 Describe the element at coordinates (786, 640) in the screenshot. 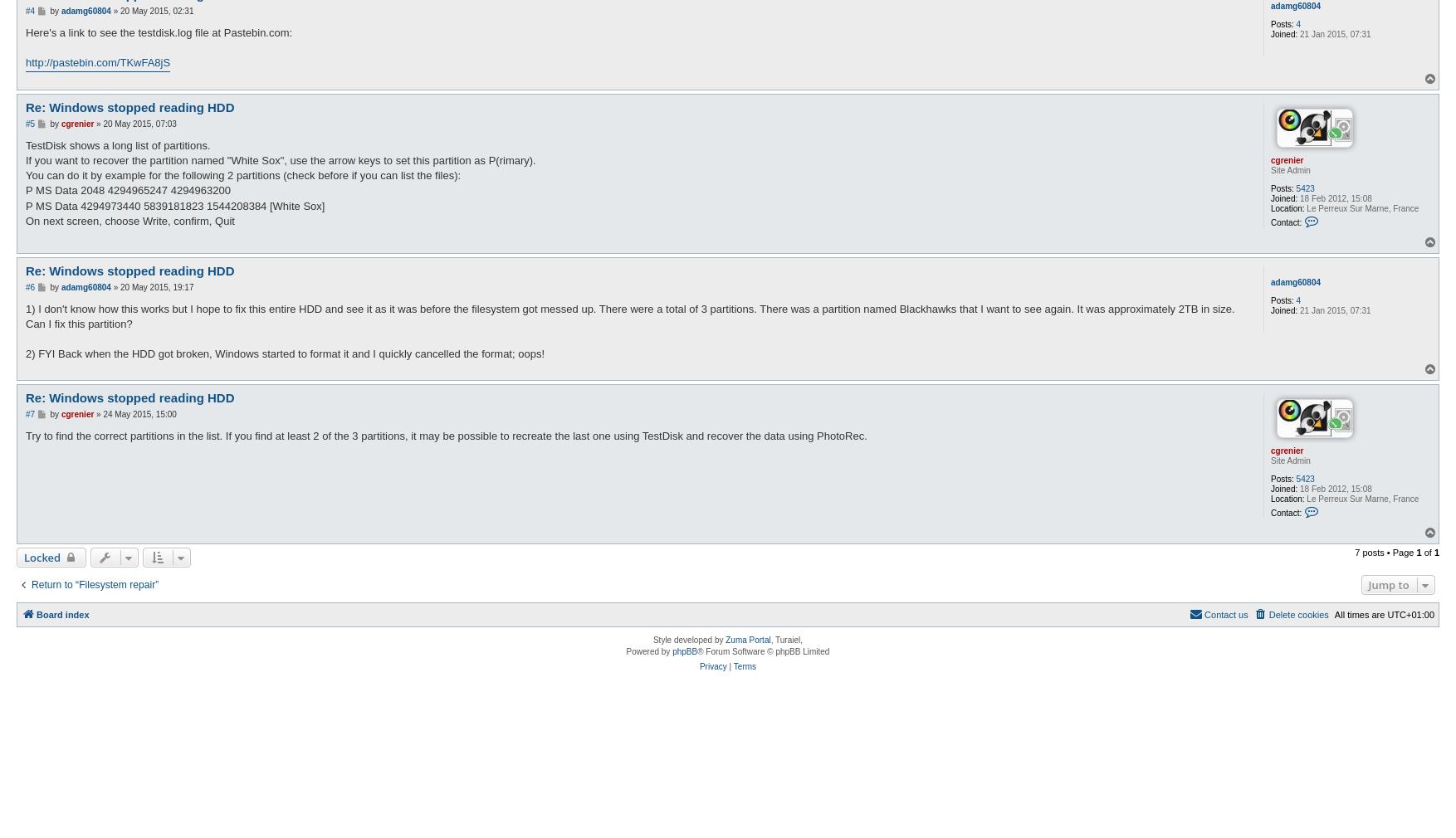

I see `', Turaiel,'` at that location.